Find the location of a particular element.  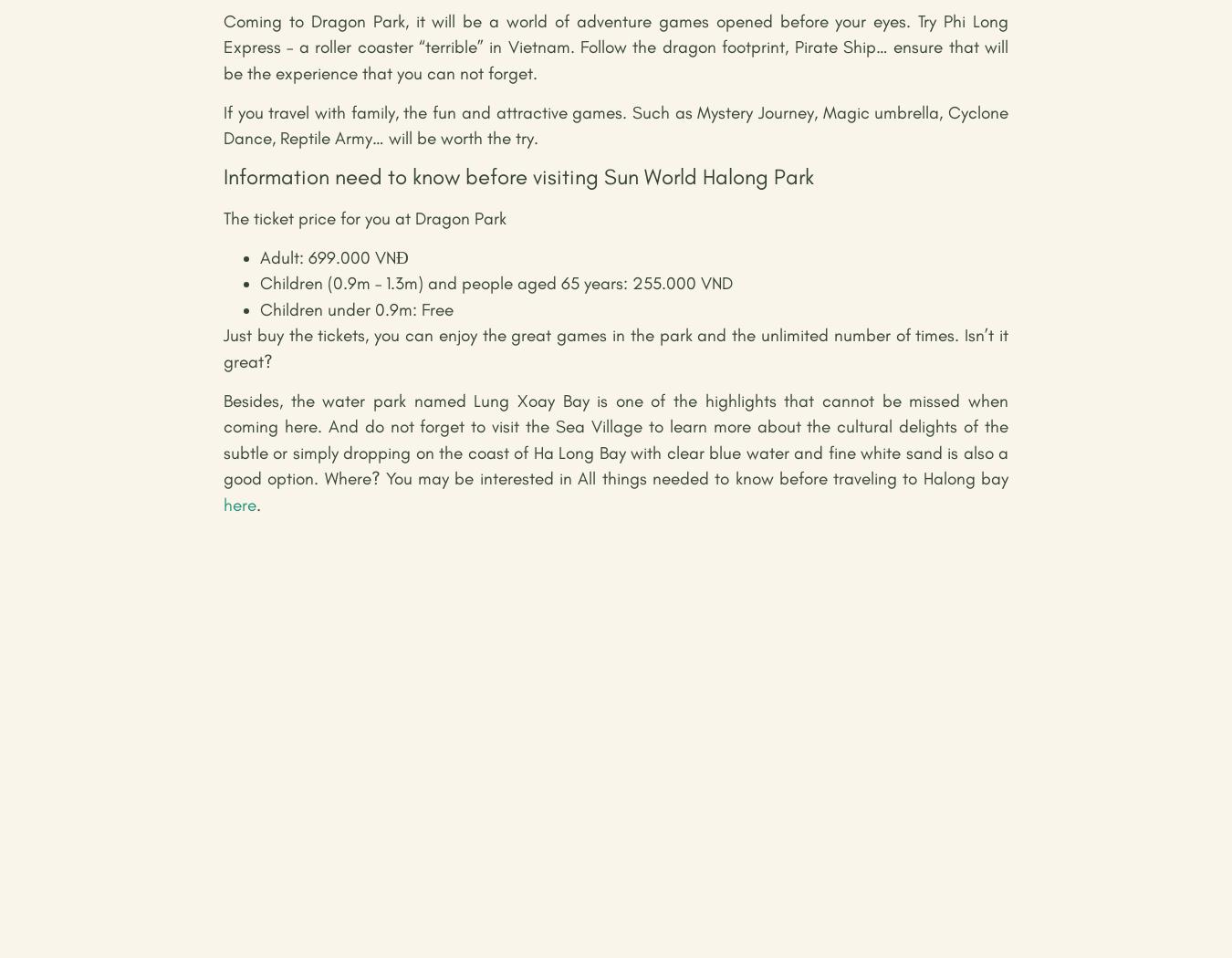

'The ticket price for you at Dragon Park' is located at coordinates (365, 217).